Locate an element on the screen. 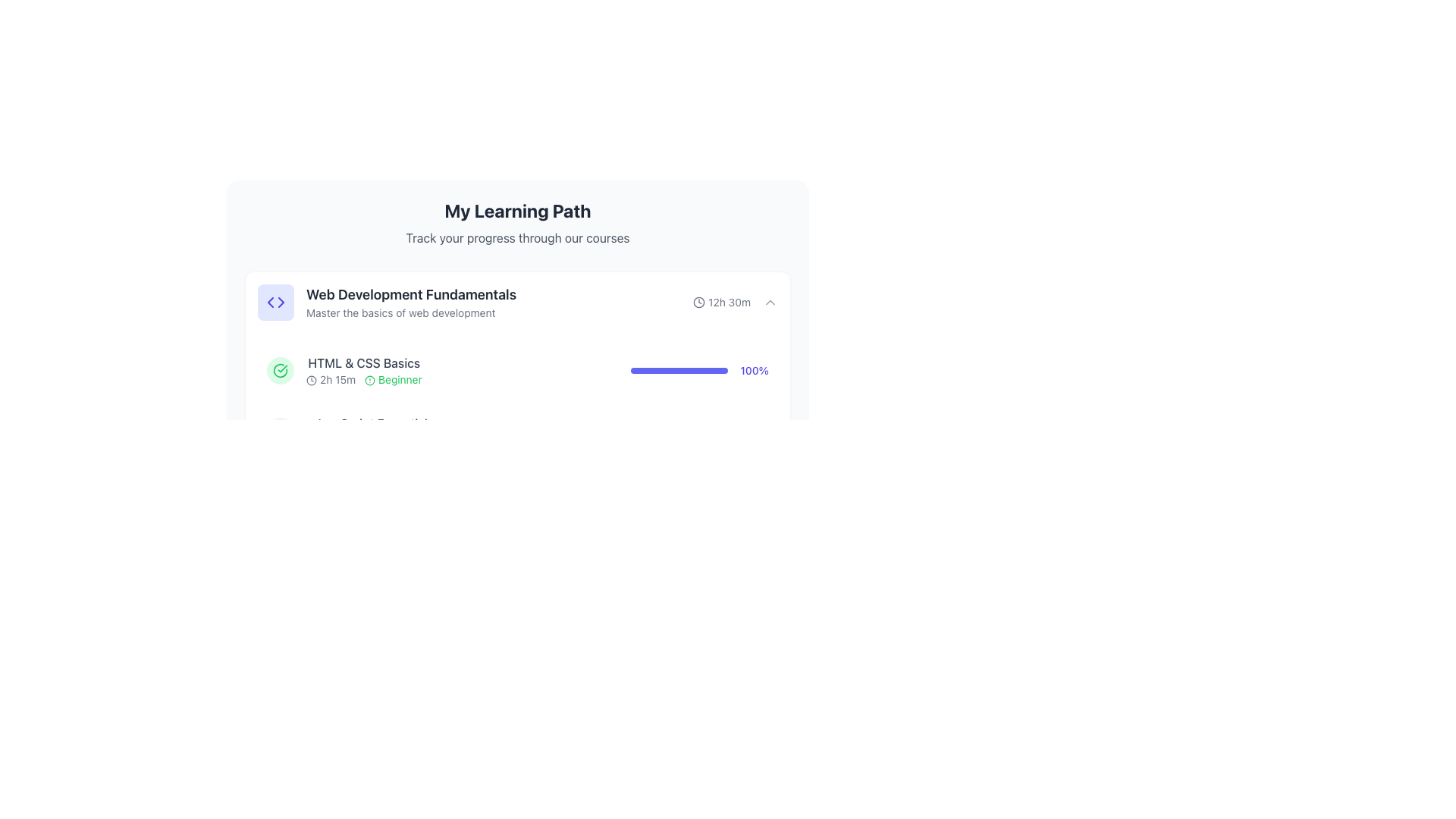  the circular element that is part of the clock icon, which is visually styled with an outline stroke and positioned at the center of the clock icon is located at coordinates (698, 302).